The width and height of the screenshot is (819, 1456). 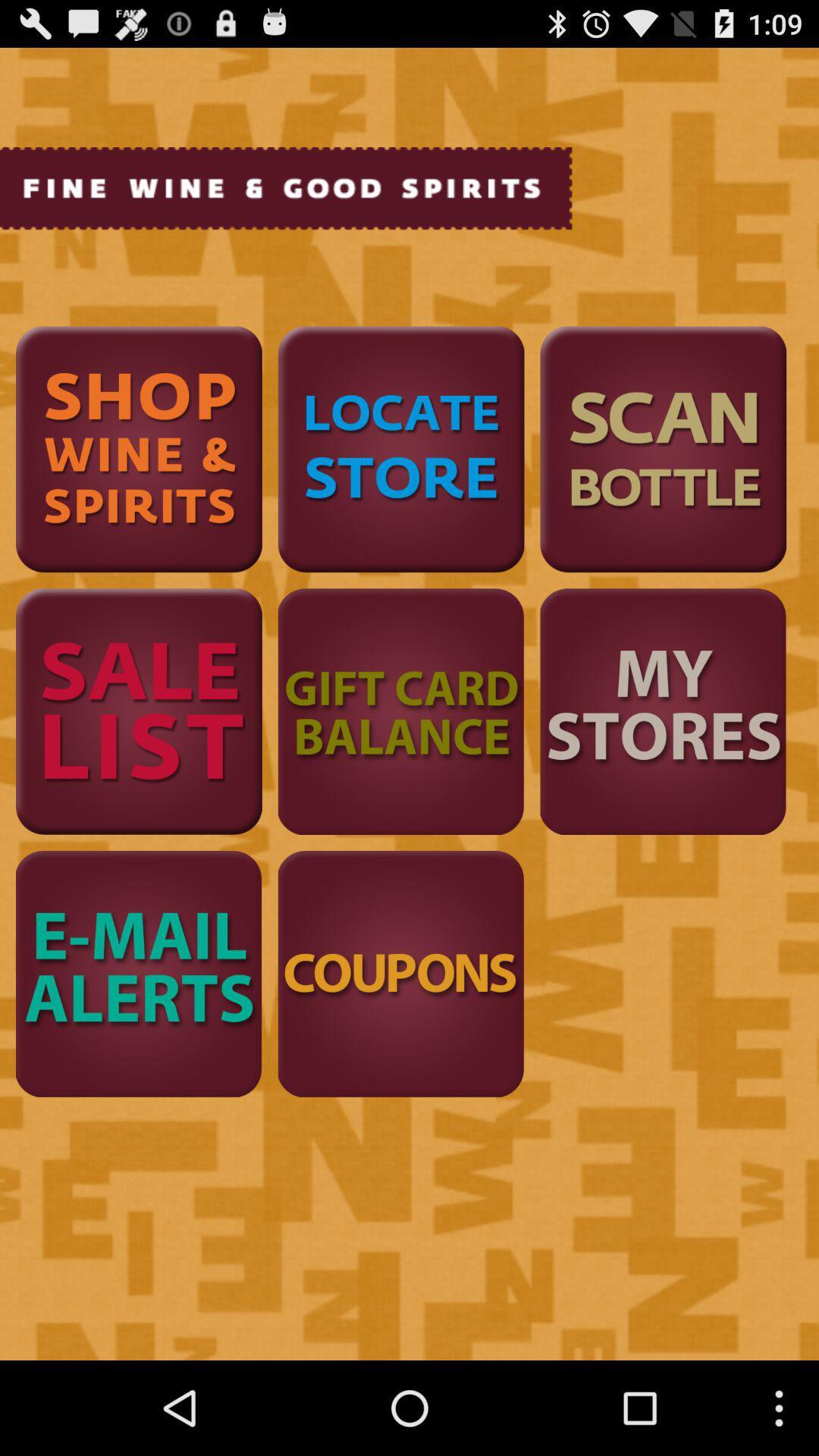 What do you see at coordinates (400, 448) in the screenshot?
I see `click the locate store option` at bounding box center [400, 448].